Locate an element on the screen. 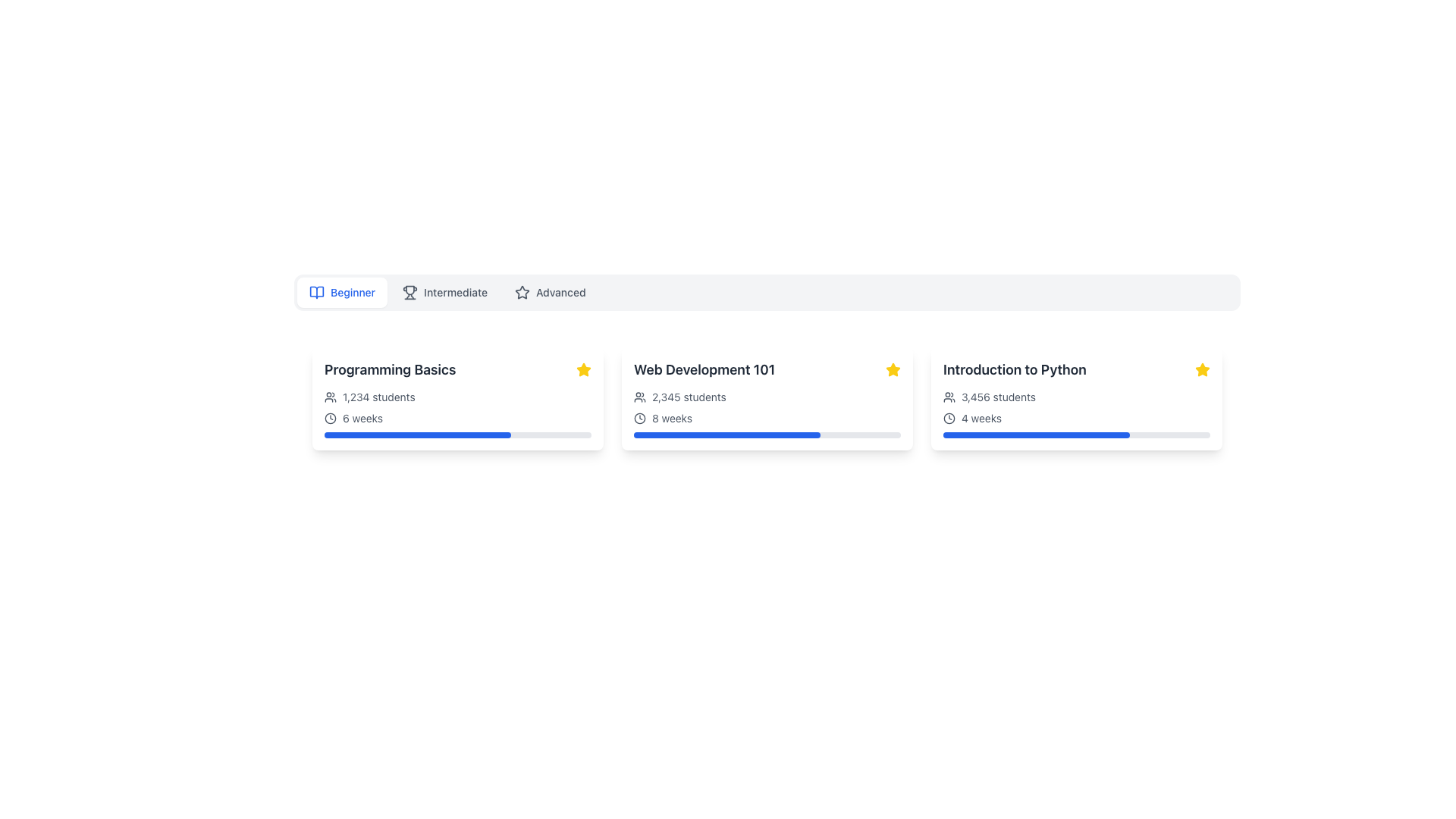 The image size is (1456, 819). the 'Beginner' button is located at coordinates (341, 292).